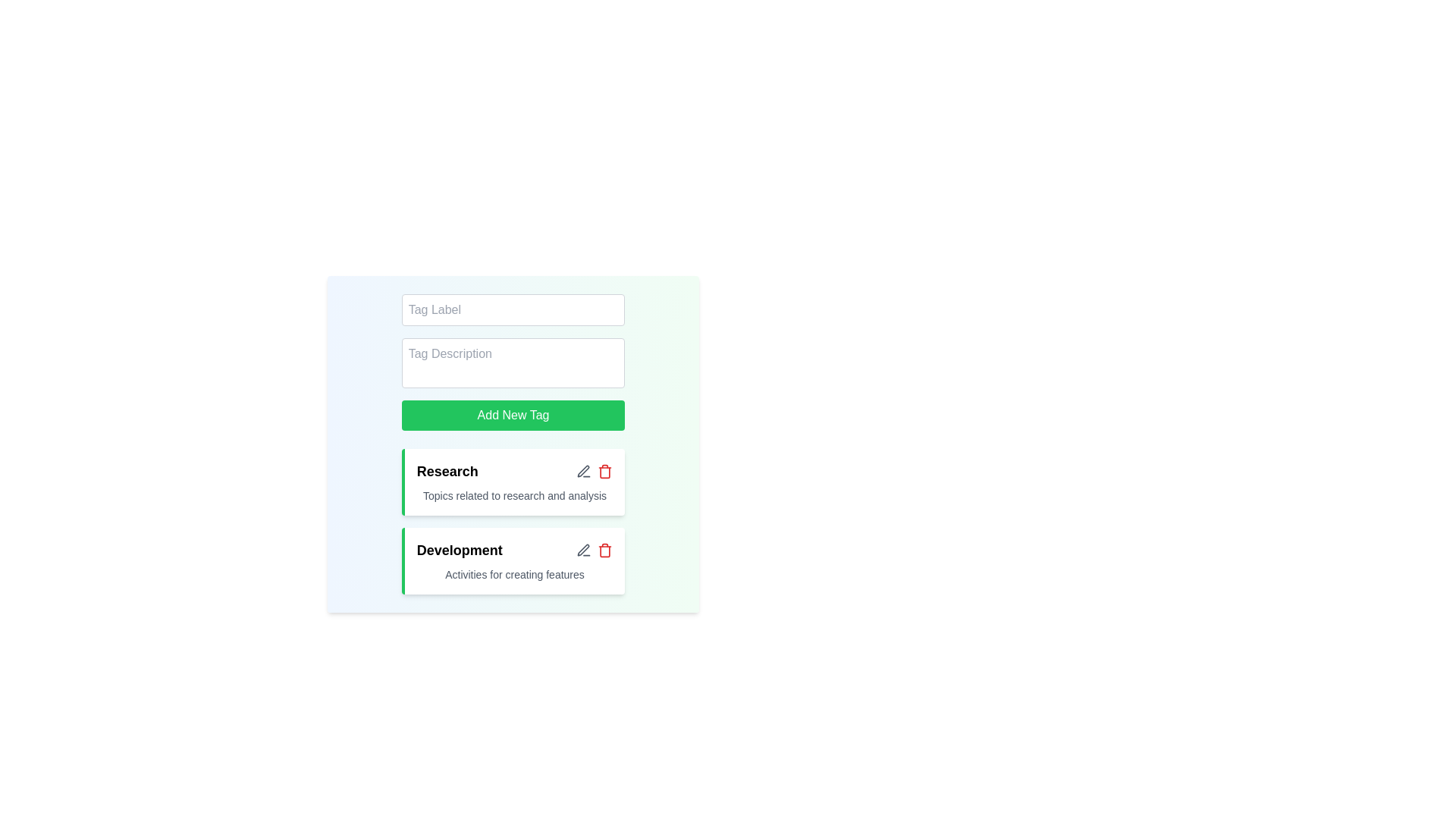 Image resolution: width=1456 pixels, height=819 pixels. What do you see at coordinates (583, 550) in the screenshot?
I see `the pen icon button located in the middle-right corner of the 'Research' card` at bounding box center [583, 550].